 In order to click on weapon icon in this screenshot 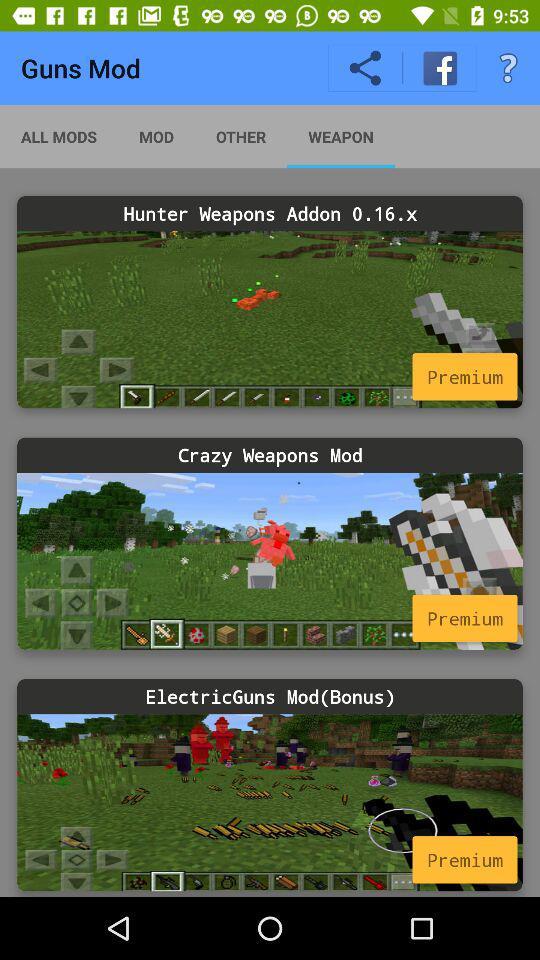, I will do `click(340, 135)`.